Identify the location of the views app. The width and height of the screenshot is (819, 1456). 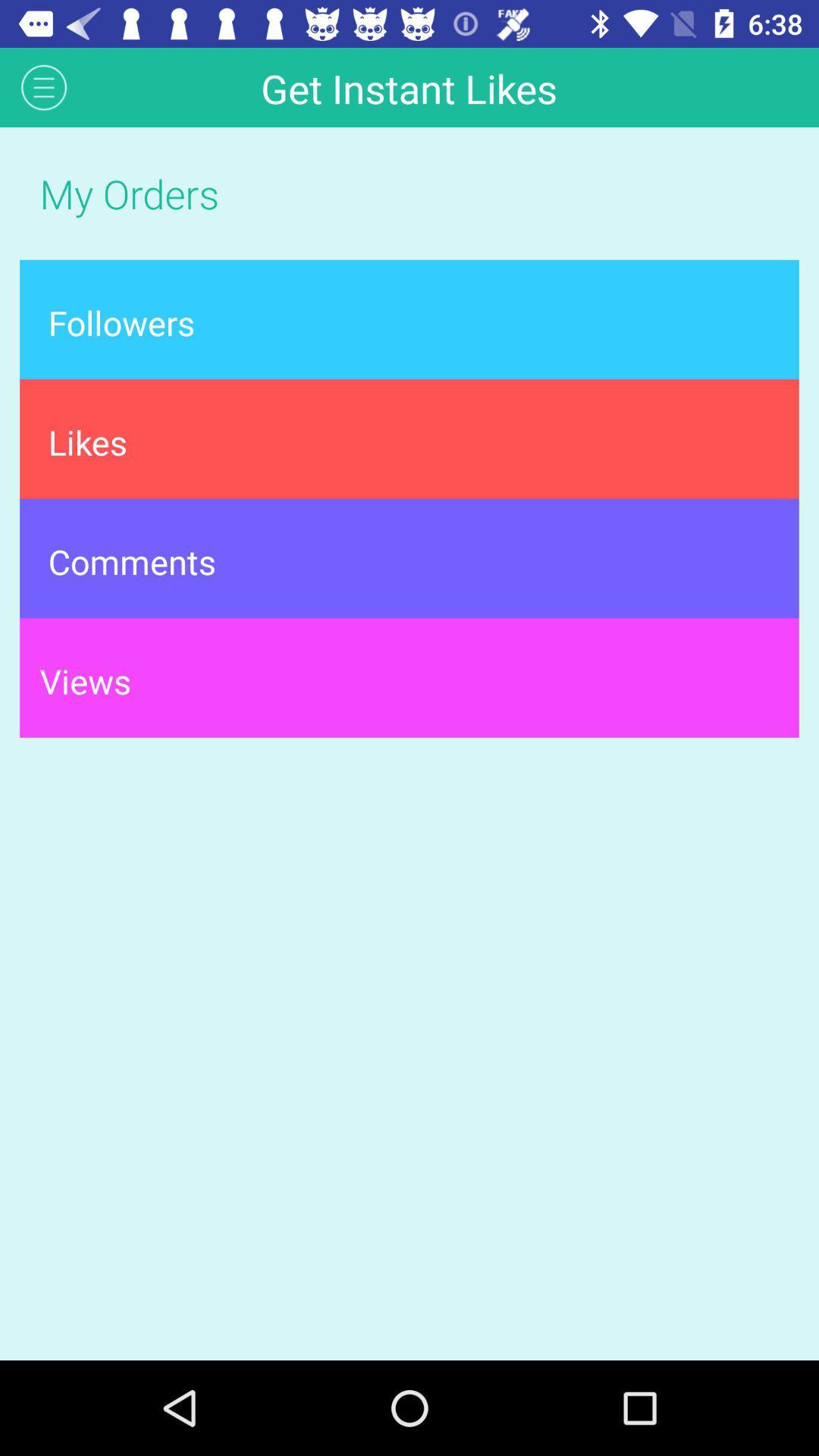
(409, 676).